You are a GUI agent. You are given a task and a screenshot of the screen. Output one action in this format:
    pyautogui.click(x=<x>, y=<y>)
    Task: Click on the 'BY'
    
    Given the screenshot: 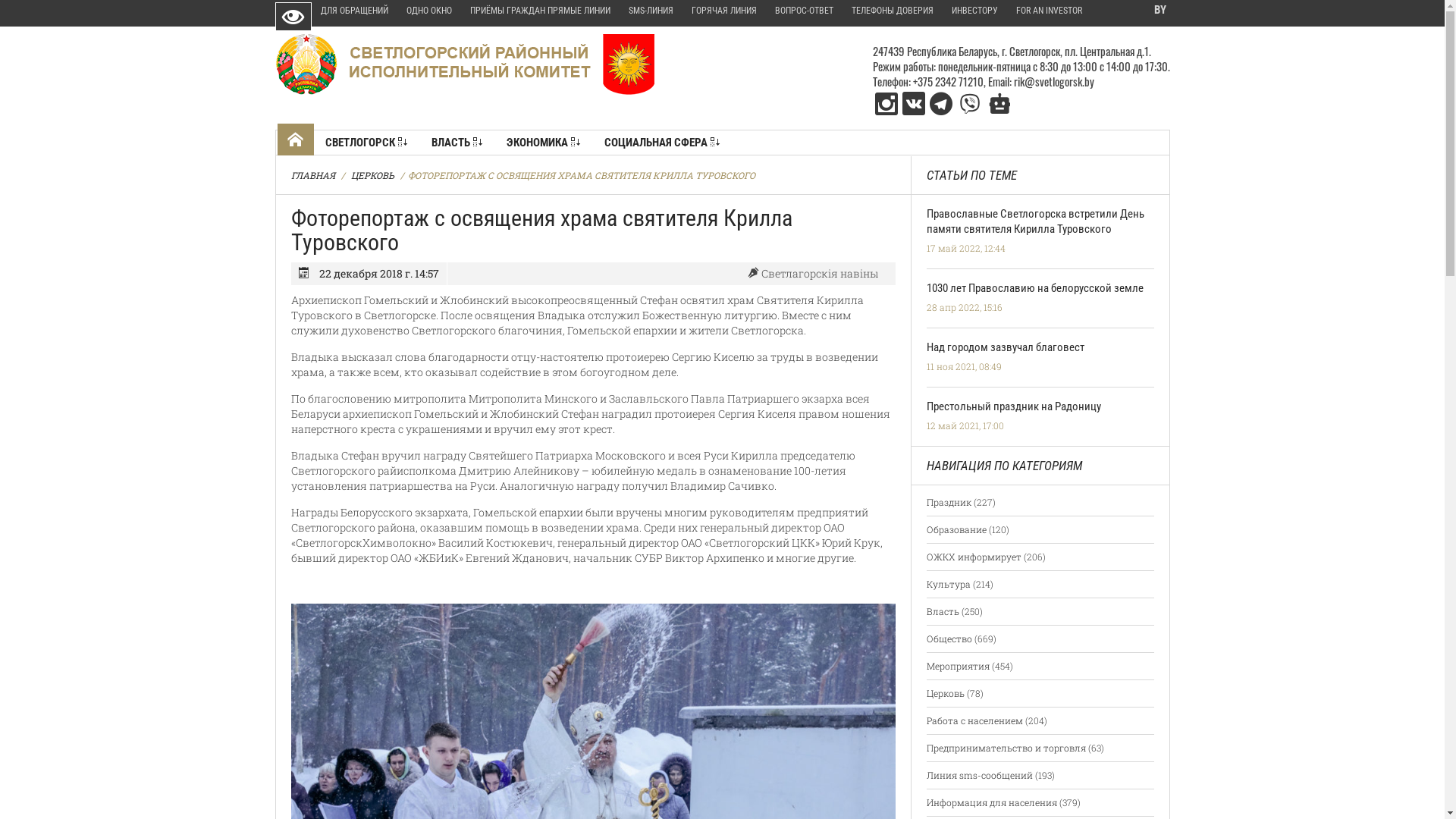 What is the action you would take?
    pyautogui.click(x=1157, y=11)
    